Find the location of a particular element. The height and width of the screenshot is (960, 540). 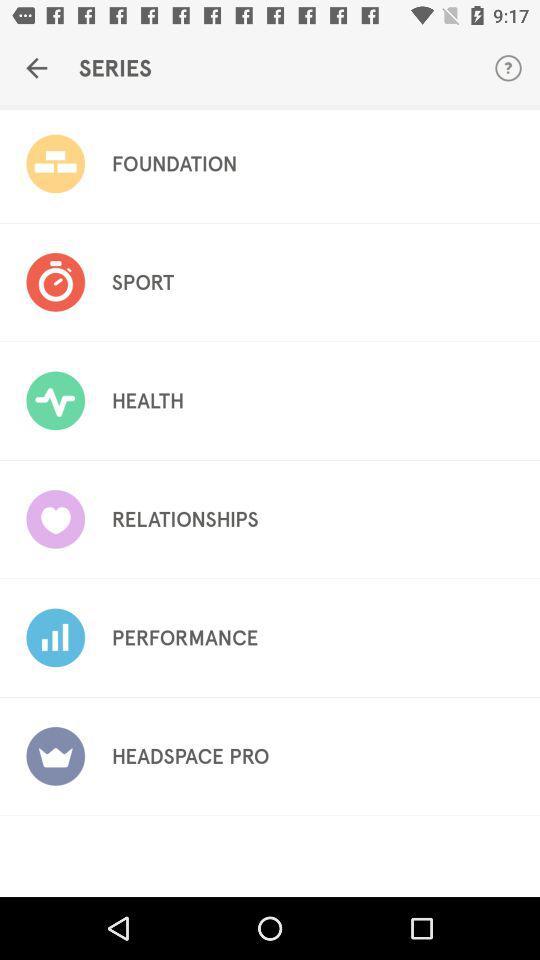

the item next to the series is located at coordinates (36, 68).